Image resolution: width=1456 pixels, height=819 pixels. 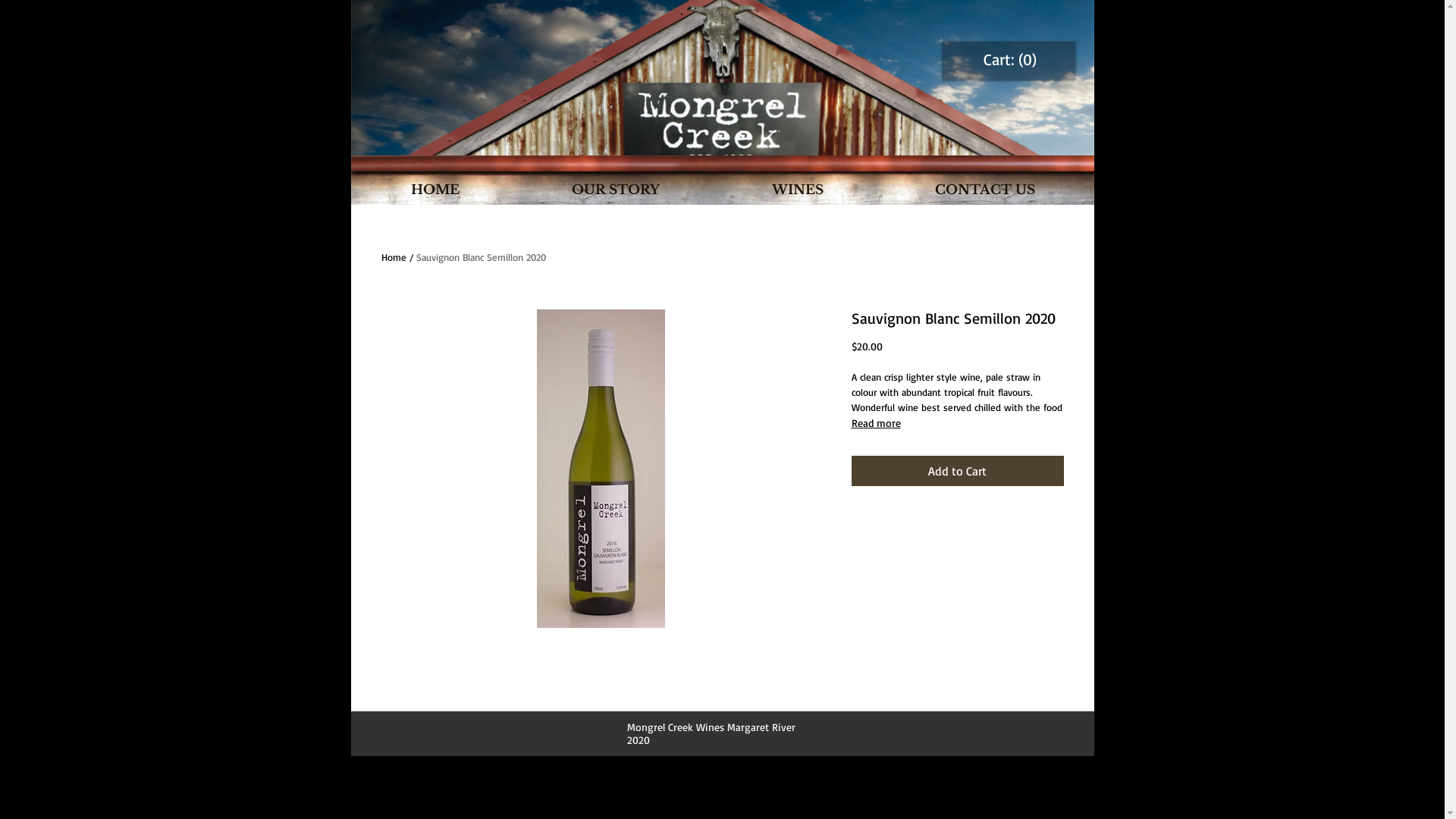 What do you see at coordinates (956, 470) in the screenshot?
I see `'Add to Cart'` at bounding box center [956, 470].